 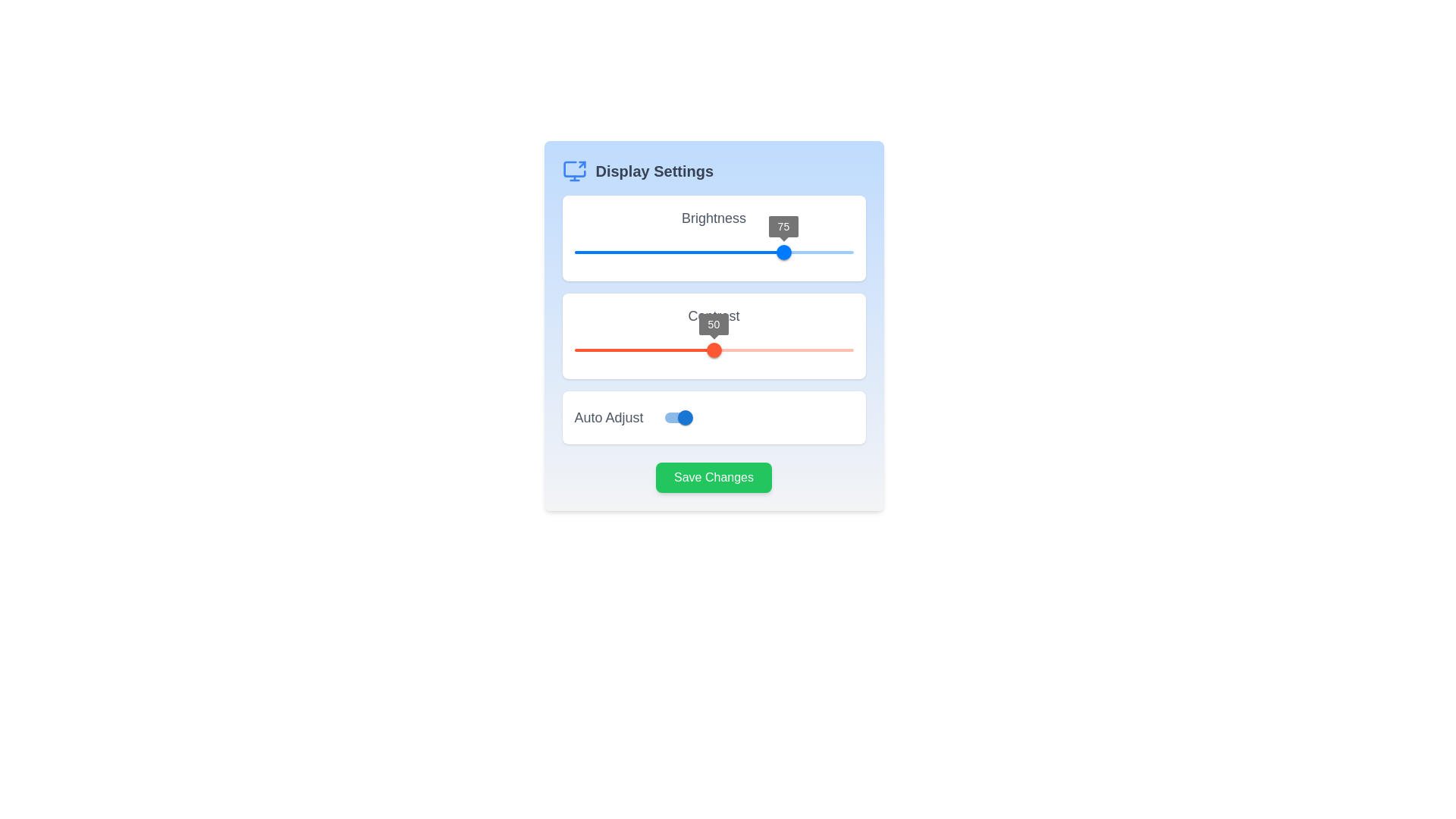 What do you see at coordinates (619, 251) in the screenshot?
I see `the brightness level` at bounding box center [619, 251].